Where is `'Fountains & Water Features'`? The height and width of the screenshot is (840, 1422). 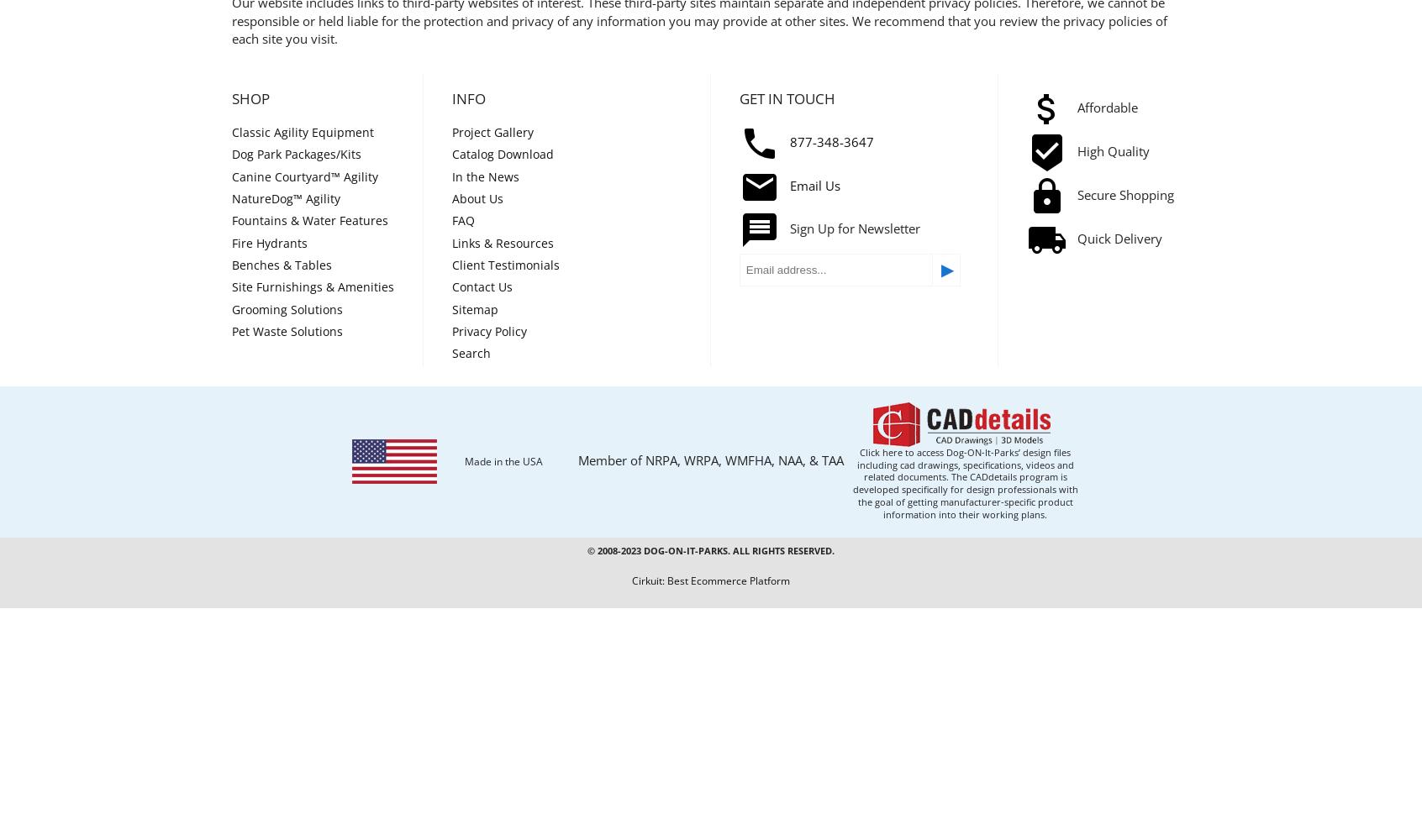
'Fountains & Water Features' is located at coordinates (310, 220).